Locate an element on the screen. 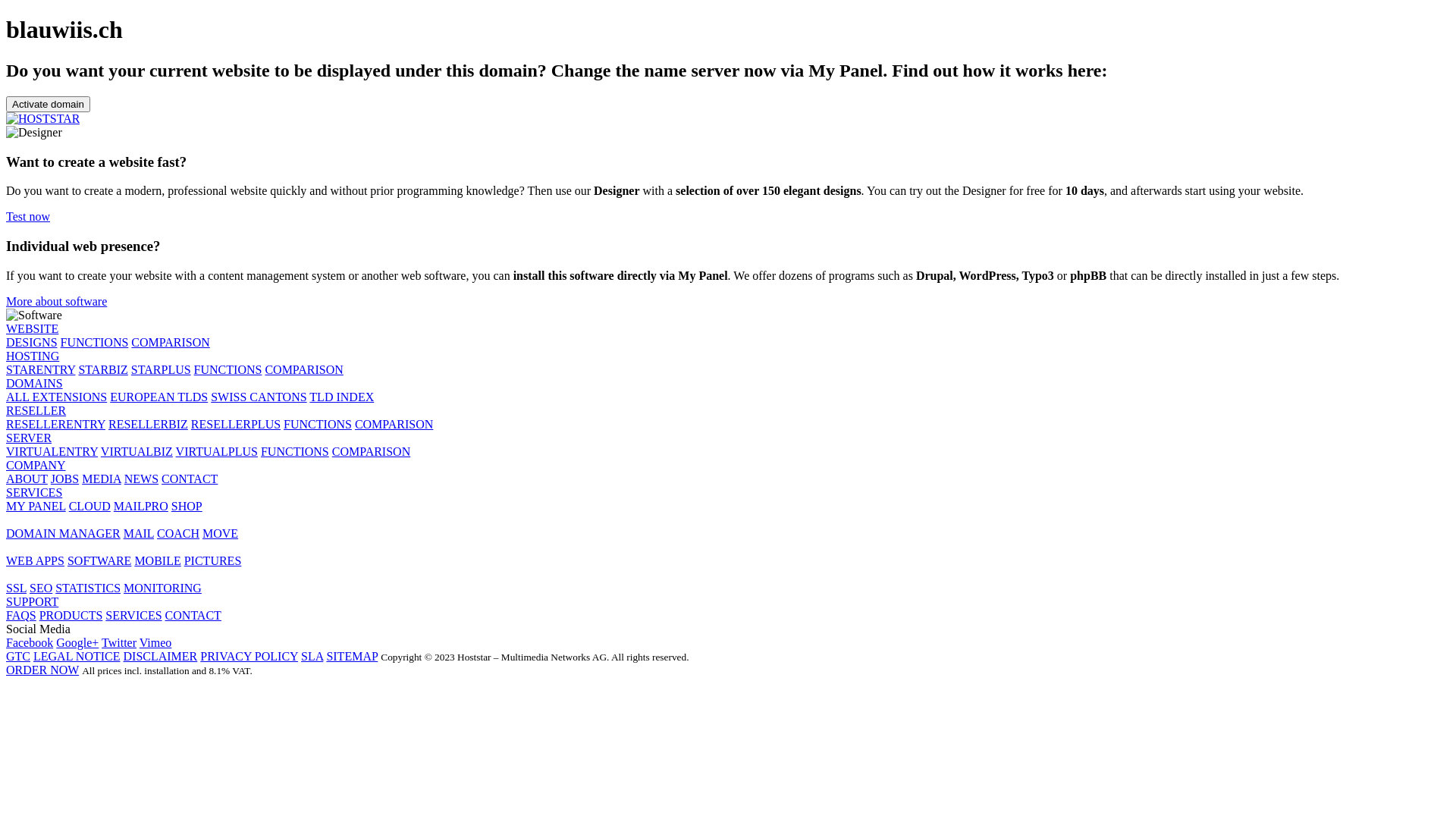 The height and width of the screenshot is (819, 1456). 'COMPANY' is located at coordinates (36, 464).